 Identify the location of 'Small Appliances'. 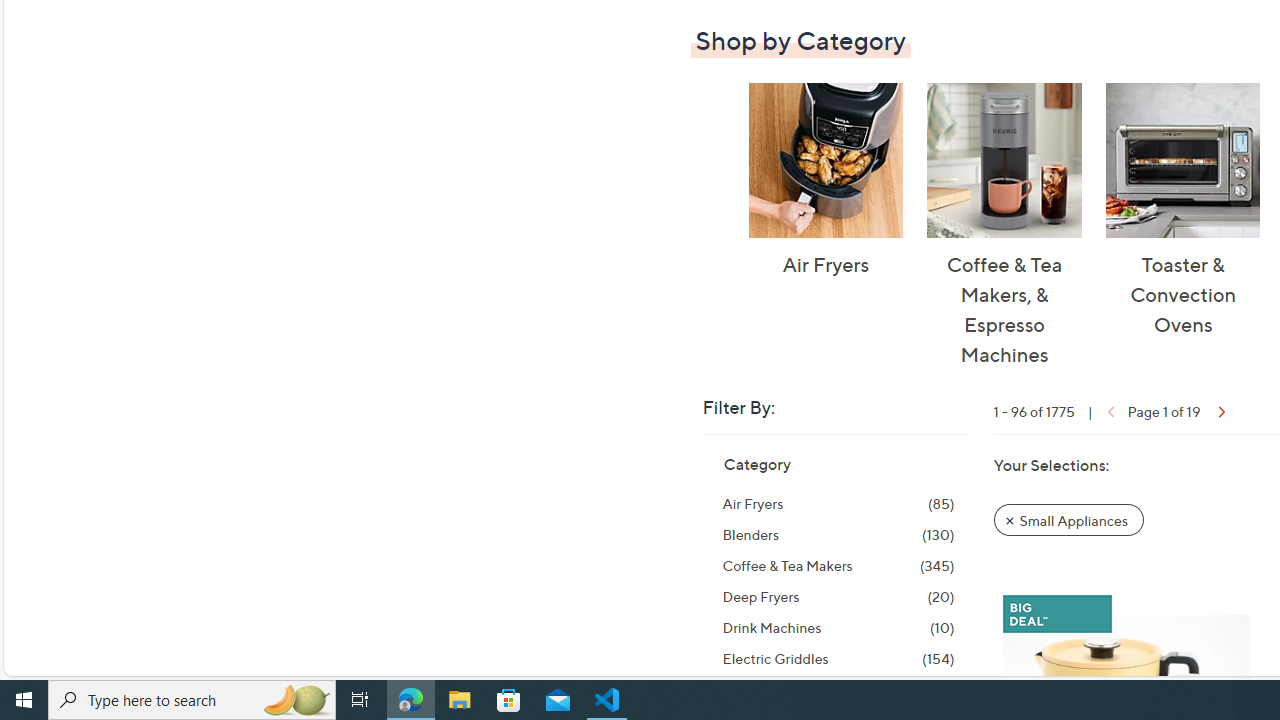
(1068, 518).